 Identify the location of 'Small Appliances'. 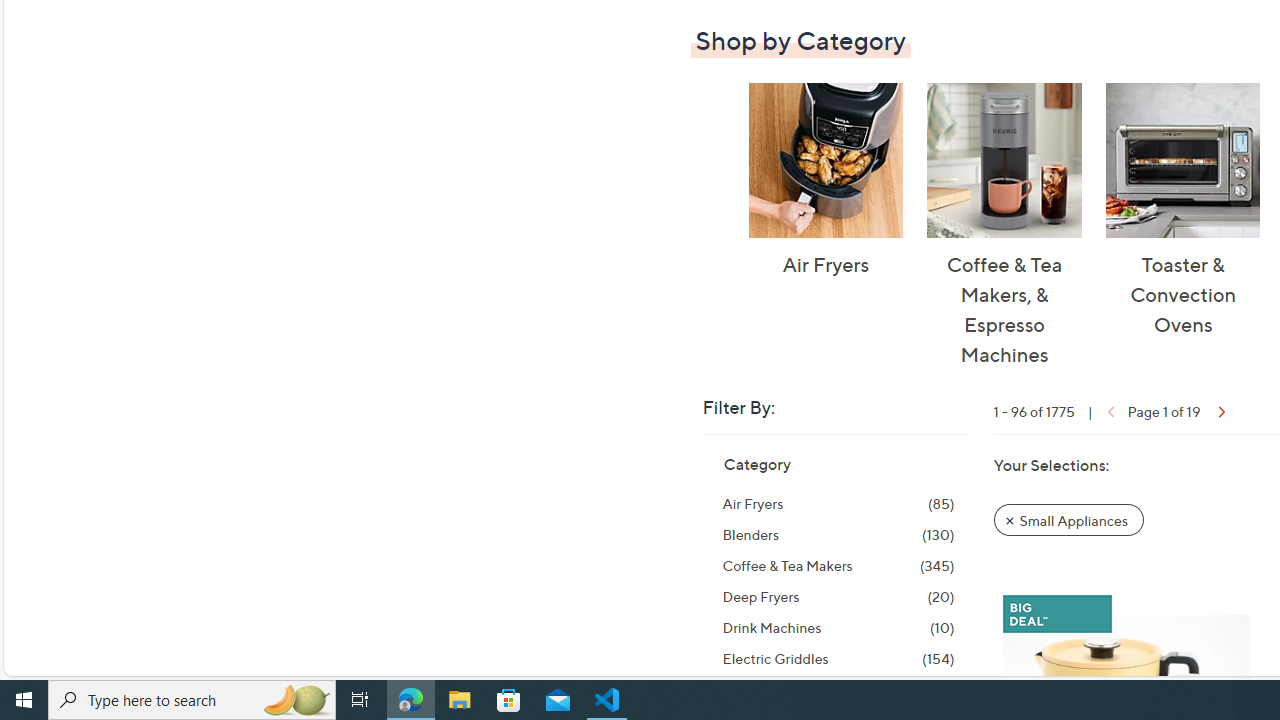
(1068, 518).